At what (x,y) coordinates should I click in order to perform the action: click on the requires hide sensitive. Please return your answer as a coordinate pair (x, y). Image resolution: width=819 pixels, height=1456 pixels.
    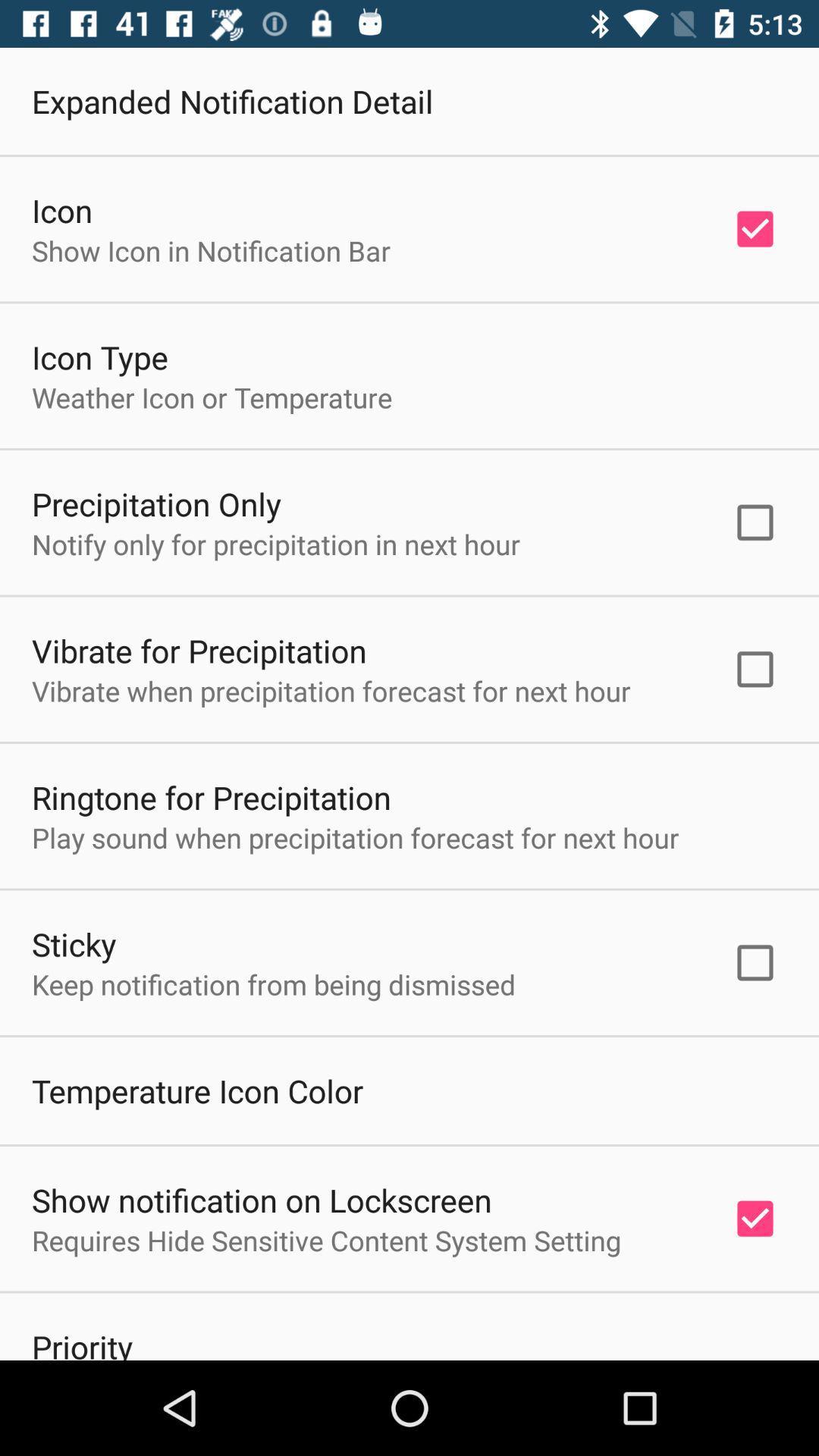
    Looking at the image, I should click on (325, 1240).